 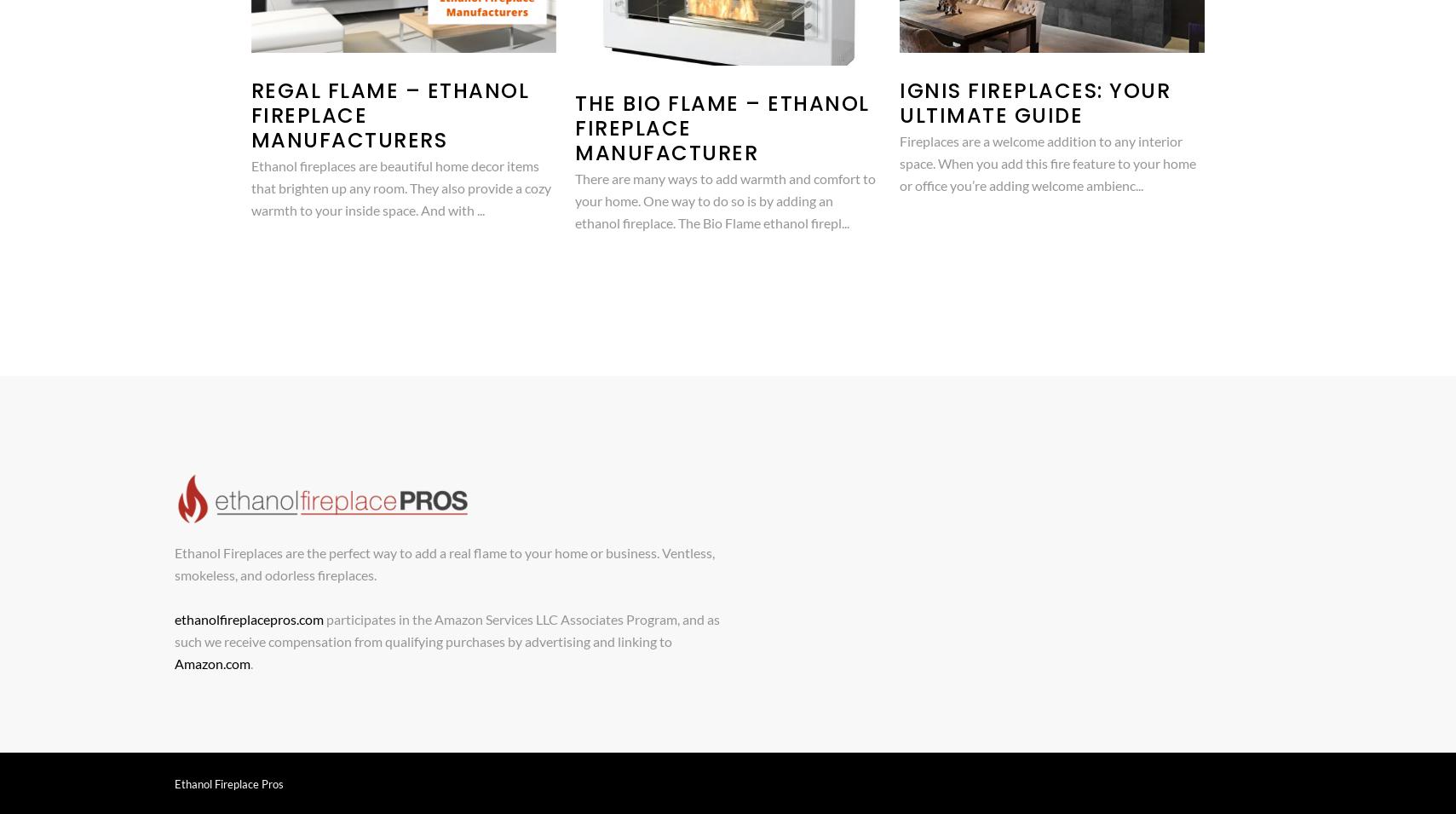 I want to click on 'Regal Flame – Ethanol Fireplace Manufacturers', so click(x=388, y=113).